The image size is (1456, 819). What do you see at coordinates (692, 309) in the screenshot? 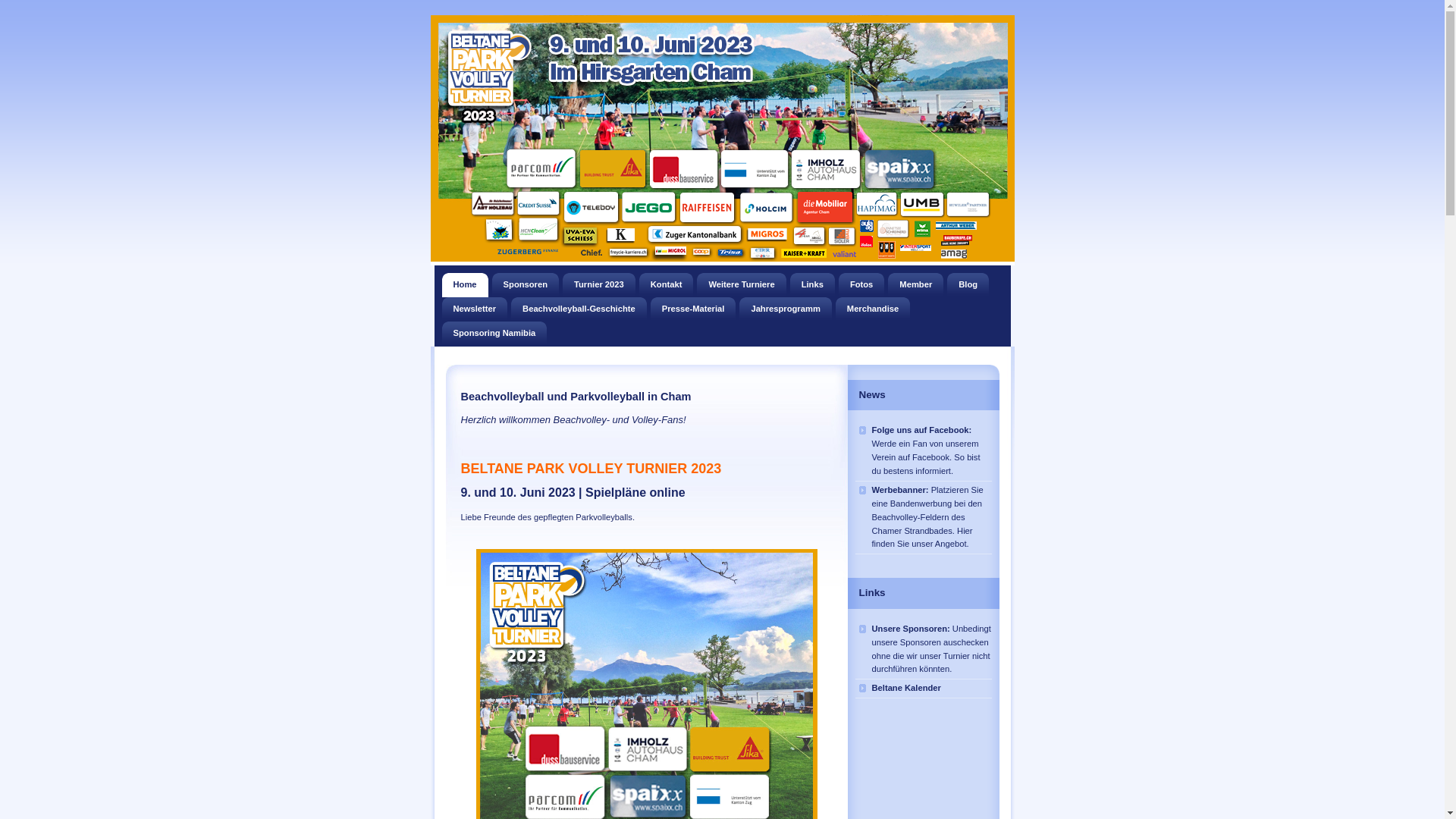
I see `'Presse-Material` at bounding box center [692, 309].